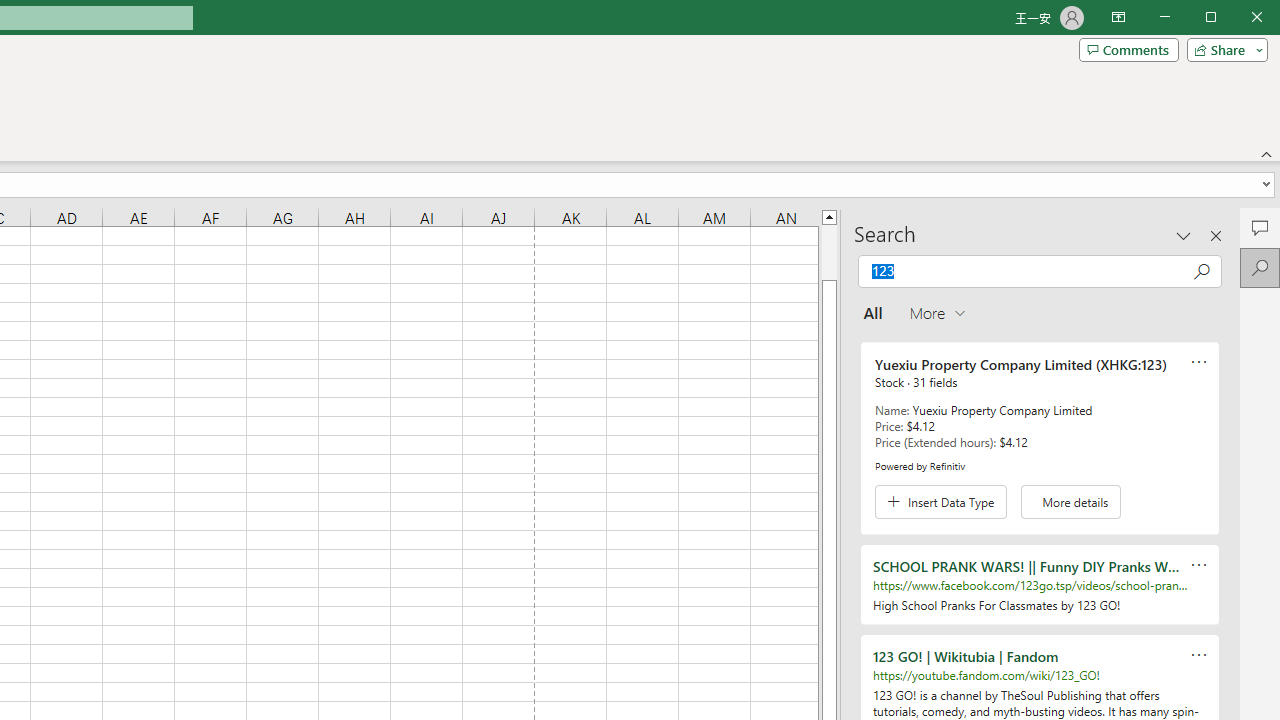 The height and width of the screenshot is (720, 1280). What do you see at coordinates (829, 251) in the screenshot?
I see `'Page up'` at bounding box center [829, 251].